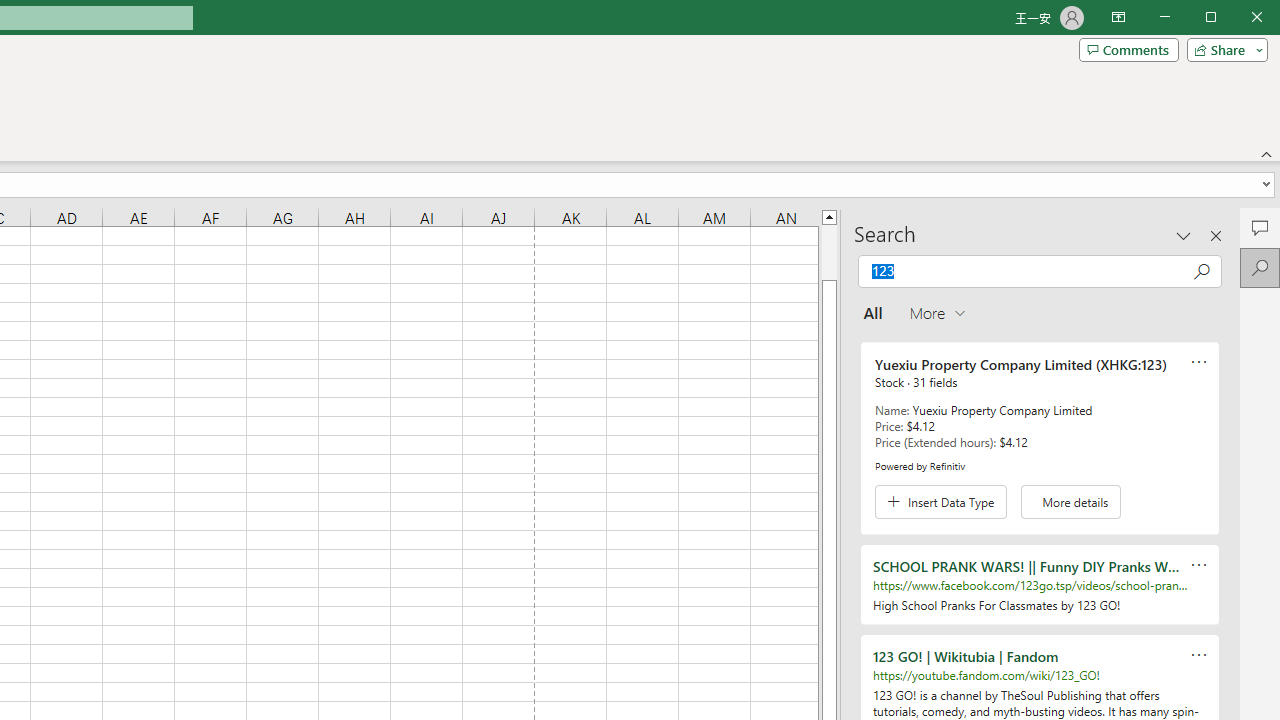 The height and width of the screenshot is (720, 1280). What do you see at coordinates (829, 251) in the screenshot?
I see `'Page up'` at bounding box center [829, 251].